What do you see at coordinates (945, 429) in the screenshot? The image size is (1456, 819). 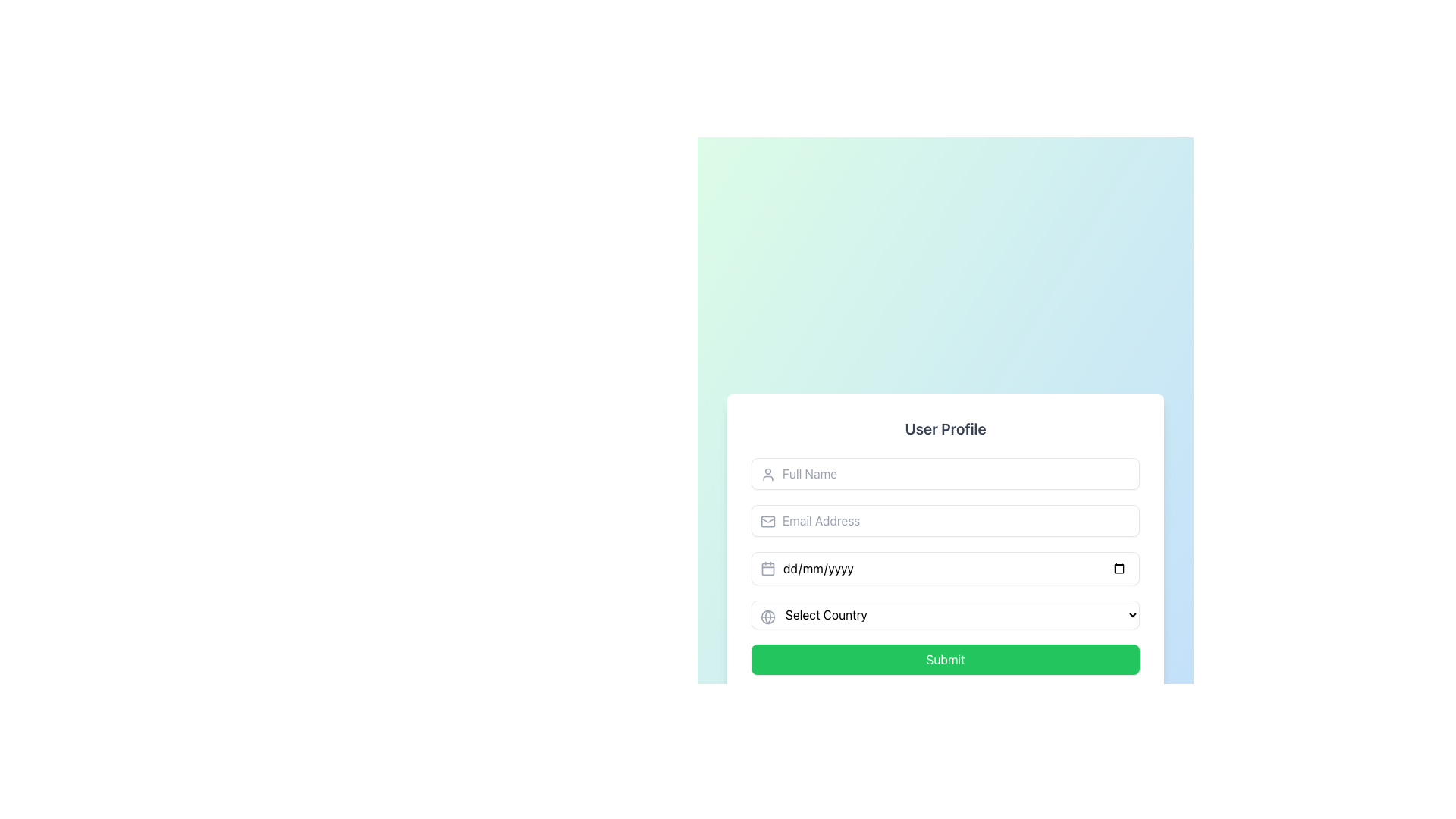 I see `text of the title or header located at the top of the user profile section card` at bounding box center [945, 429].